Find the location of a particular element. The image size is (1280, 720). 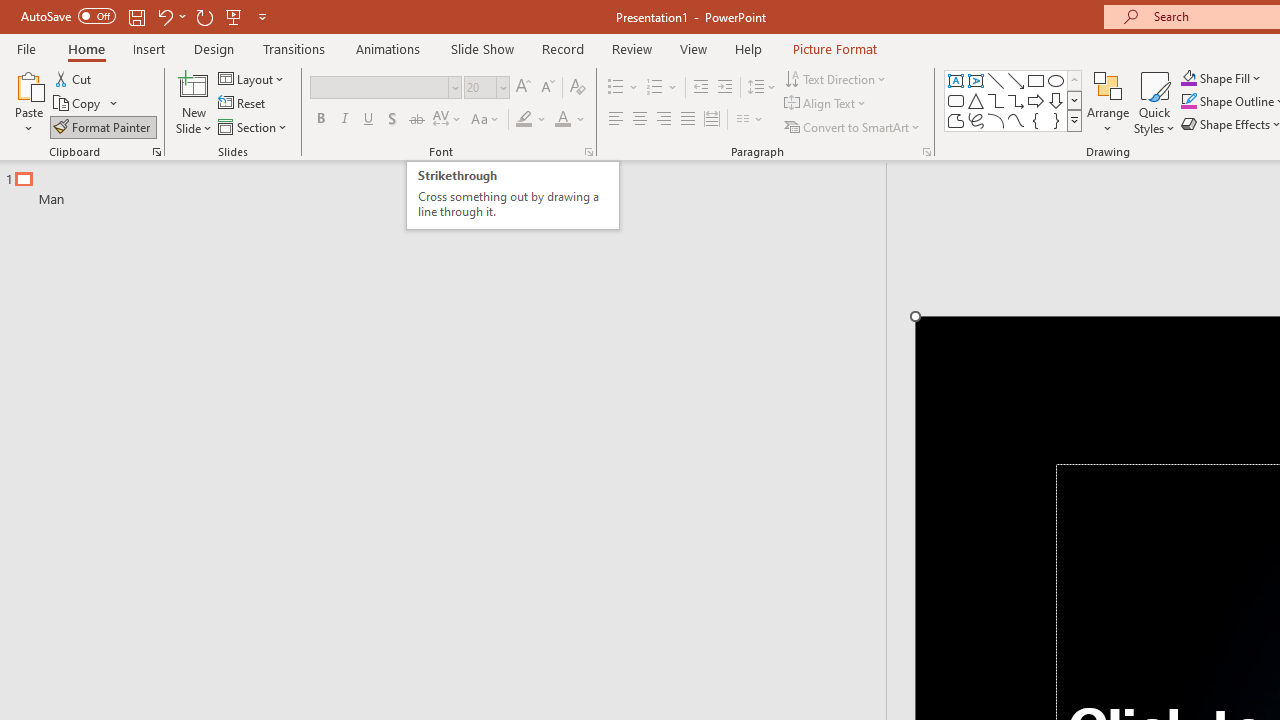

'Picture Format' is located at coordinates (835, 48).